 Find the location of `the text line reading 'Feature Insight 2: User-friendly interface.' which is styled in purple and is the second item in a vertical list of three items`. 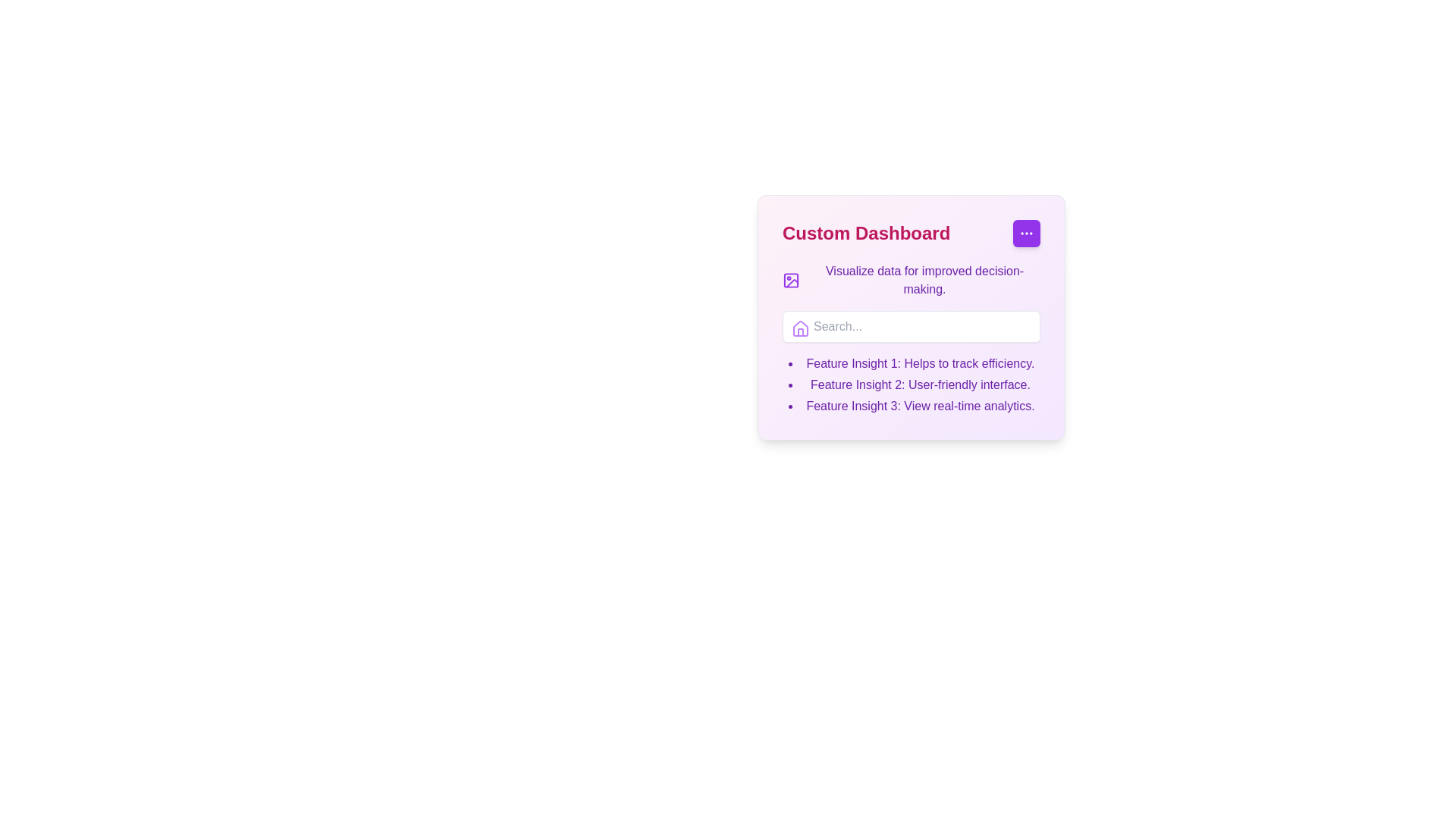

the text line reading 'Feature Insight 2: User-friendly interface.' which is styled in purple and is the second item in a vertical list of three items is located at coordinates (920, 384).